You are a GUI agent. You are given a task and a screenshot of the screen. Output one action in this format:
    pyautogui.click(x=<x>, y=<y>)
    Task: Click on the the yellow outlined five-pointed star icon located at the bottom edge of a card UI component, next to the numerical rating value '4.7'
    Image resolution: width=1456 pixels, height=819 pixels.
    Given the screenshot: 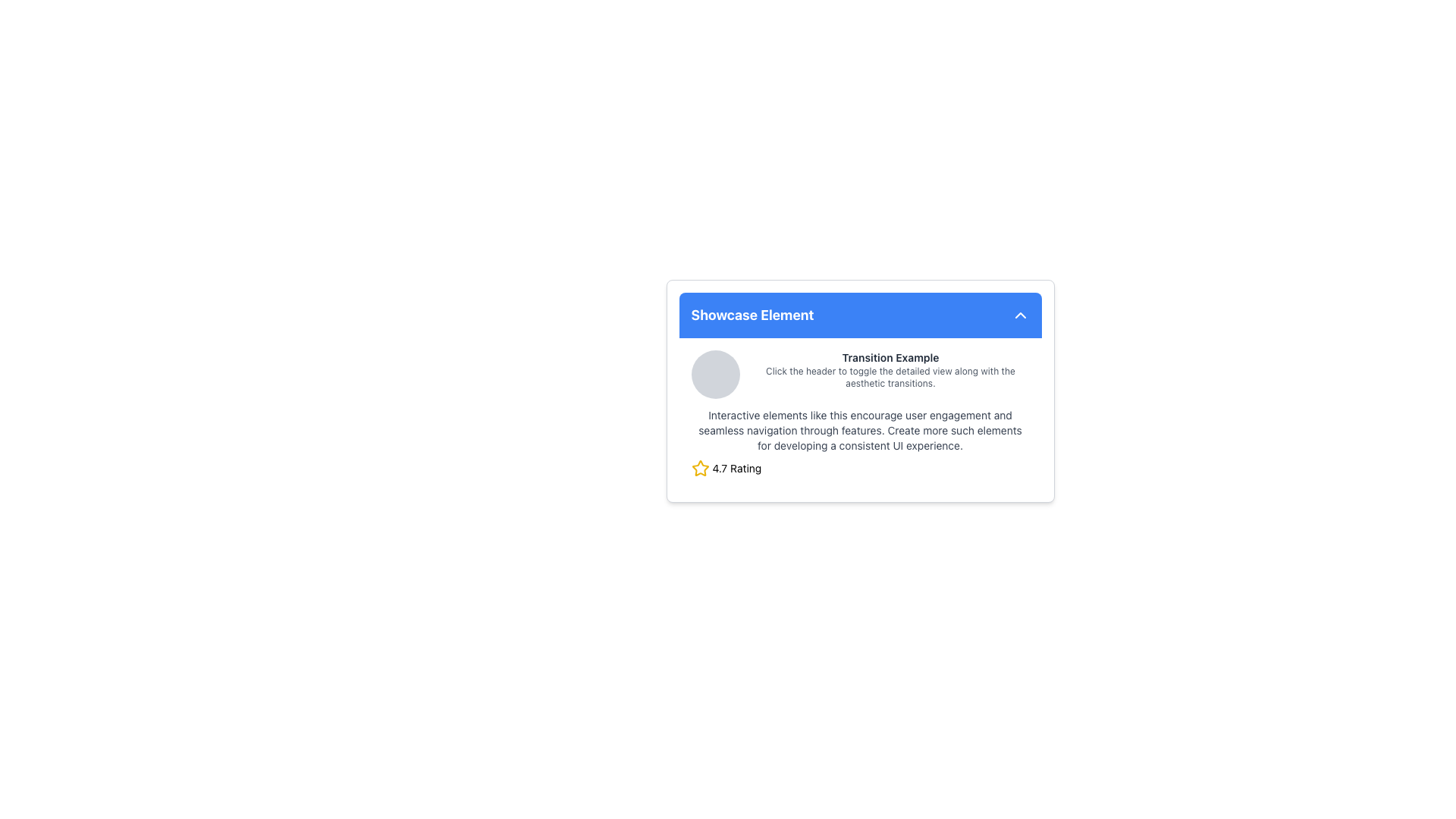 What is the action you would take?
    pyautogui.click(x=699, y=467)
    